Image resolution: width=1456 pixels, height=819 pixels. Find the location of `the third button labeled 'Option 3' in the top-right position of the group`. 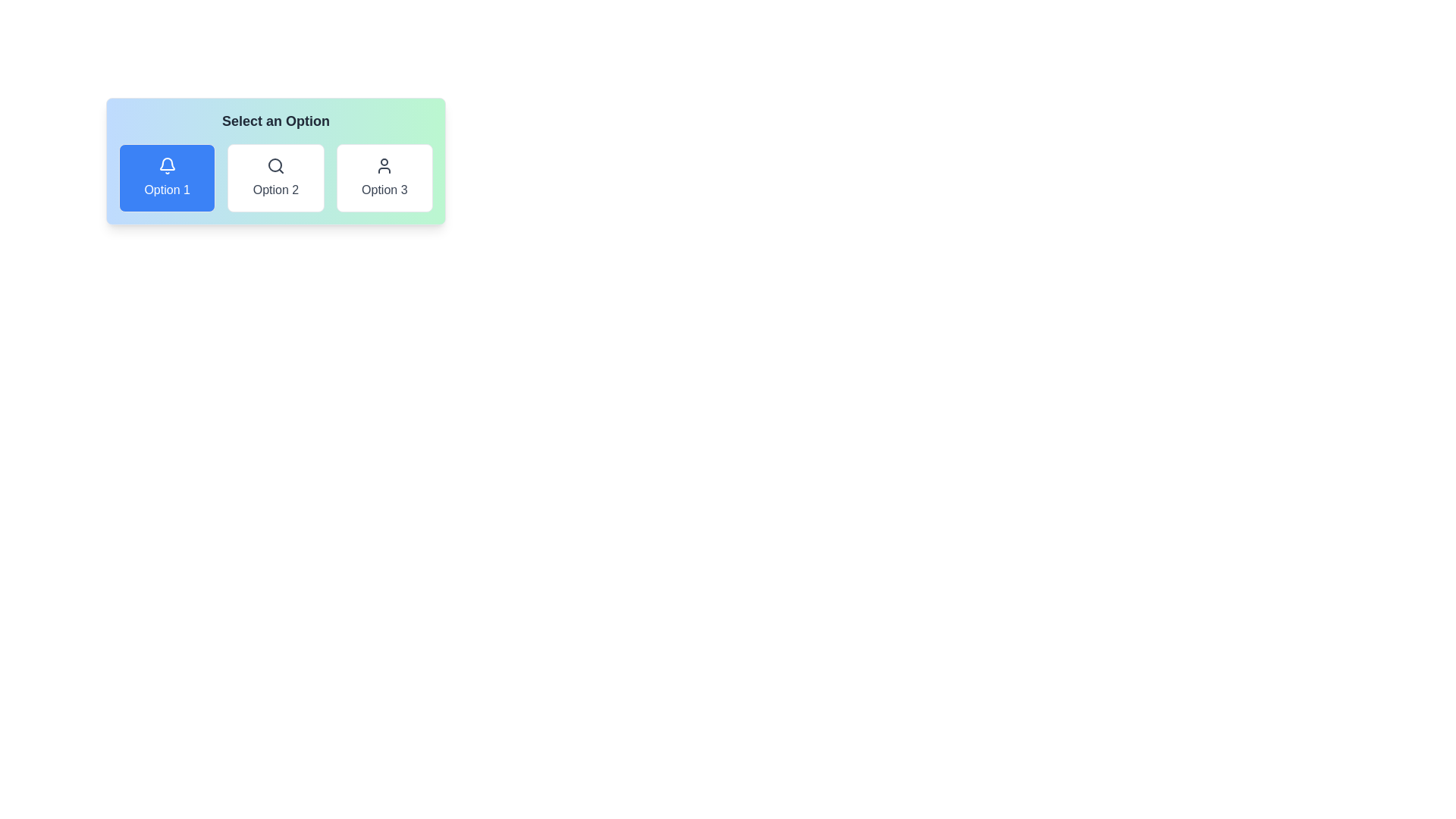

the third button labeled 'Option 3' in the top-right position of the group is located at coordinates (384, 177).